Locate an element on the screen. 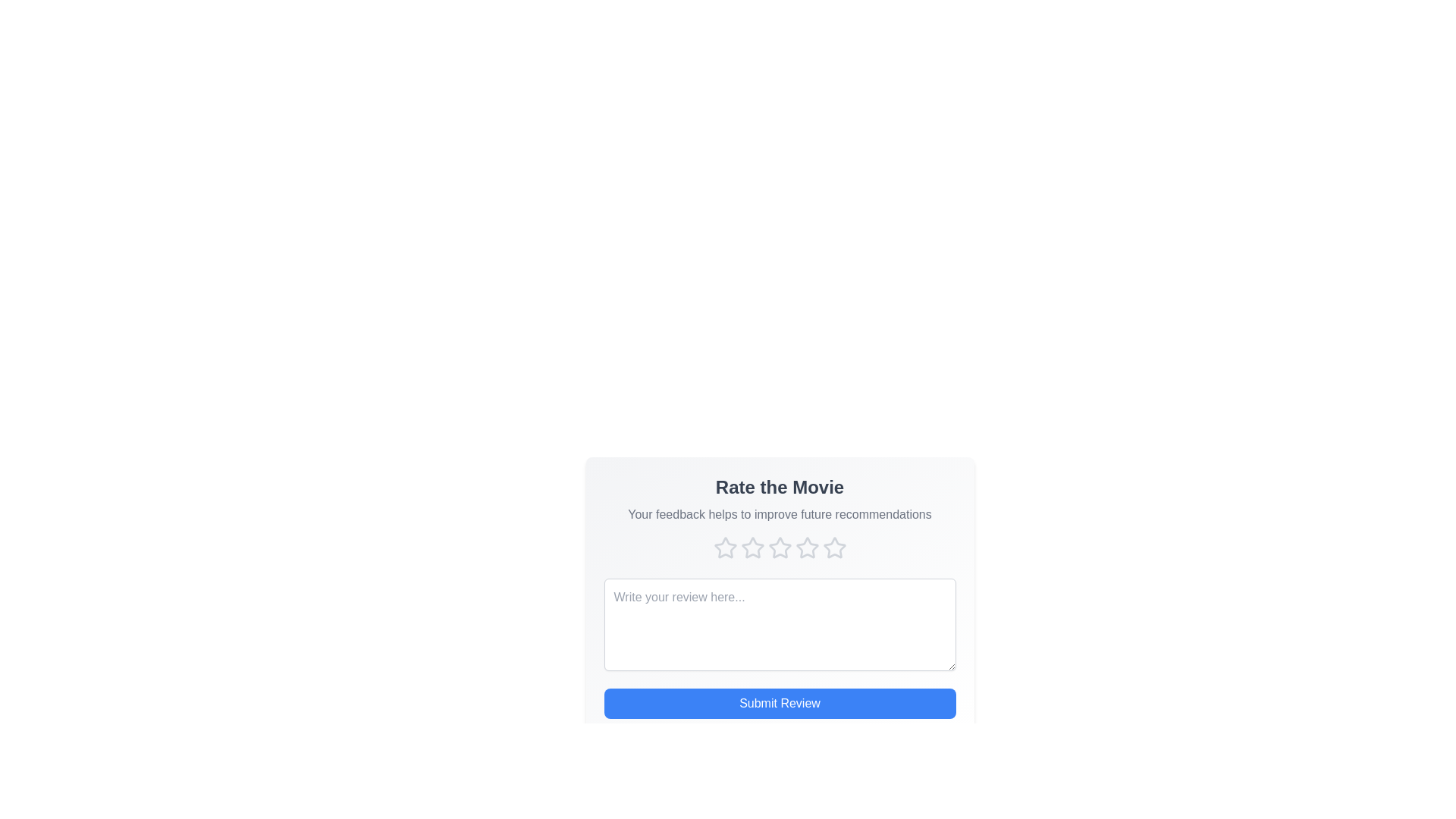 This screenshot has height=819, width=1456. the third rating star element is located at coordinates (780, 548).